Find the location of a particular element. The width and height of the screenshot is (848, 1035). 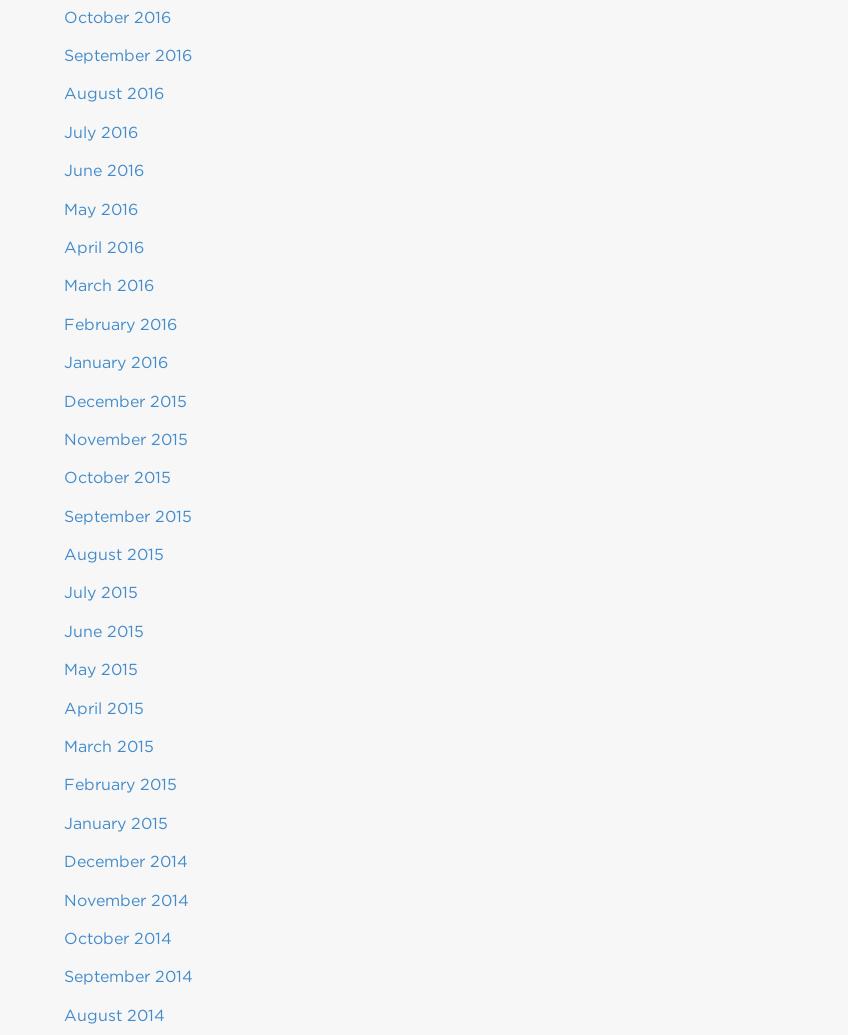

'August 2015' is located at coordinates (112, 553).